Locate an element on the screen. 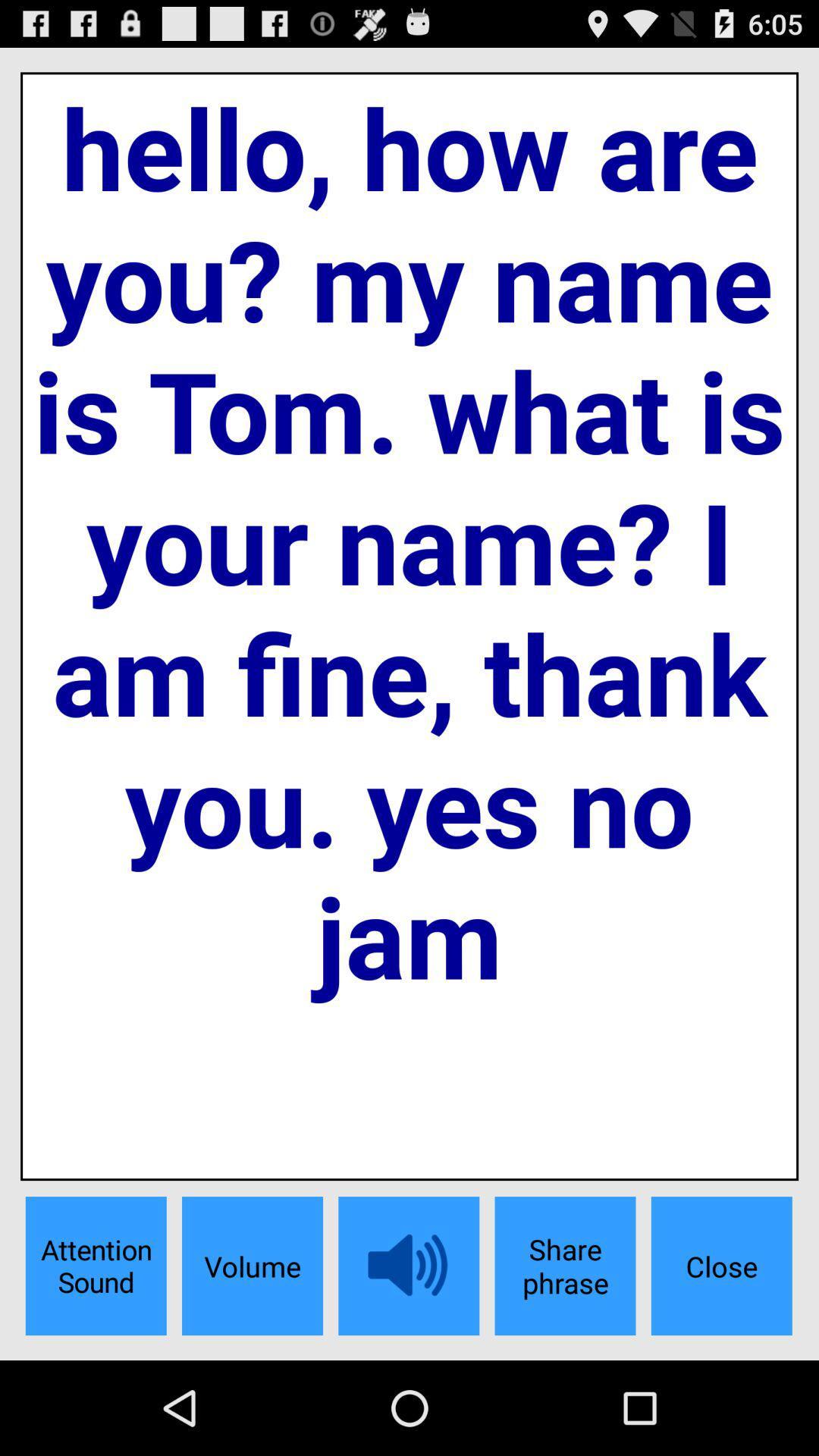 The image size is (819, 1456). the close is located at coordinates (720, 1266).